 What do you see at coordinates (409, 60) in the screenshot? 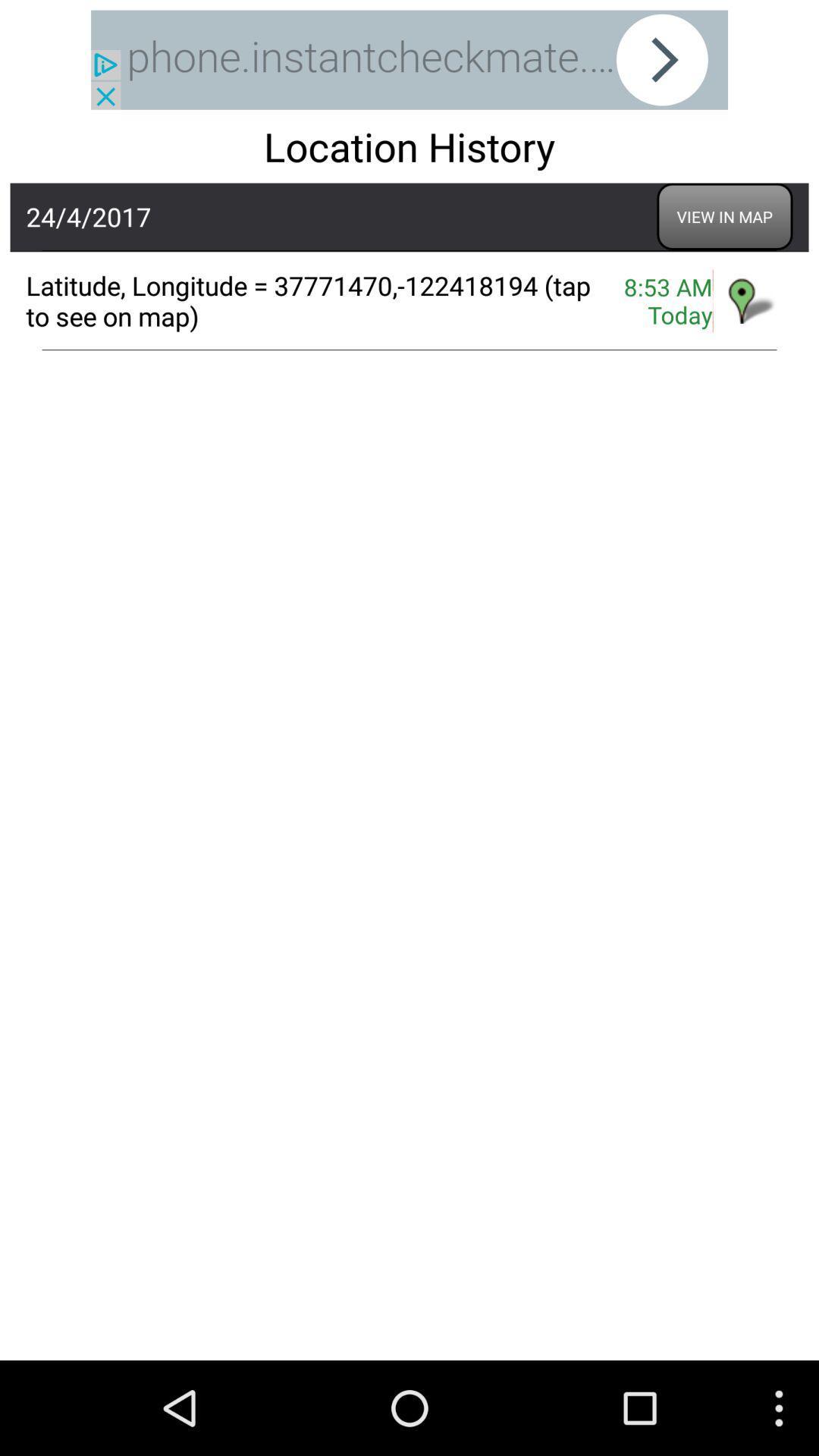
I see `advertisement` at bounding box center [409, 60].